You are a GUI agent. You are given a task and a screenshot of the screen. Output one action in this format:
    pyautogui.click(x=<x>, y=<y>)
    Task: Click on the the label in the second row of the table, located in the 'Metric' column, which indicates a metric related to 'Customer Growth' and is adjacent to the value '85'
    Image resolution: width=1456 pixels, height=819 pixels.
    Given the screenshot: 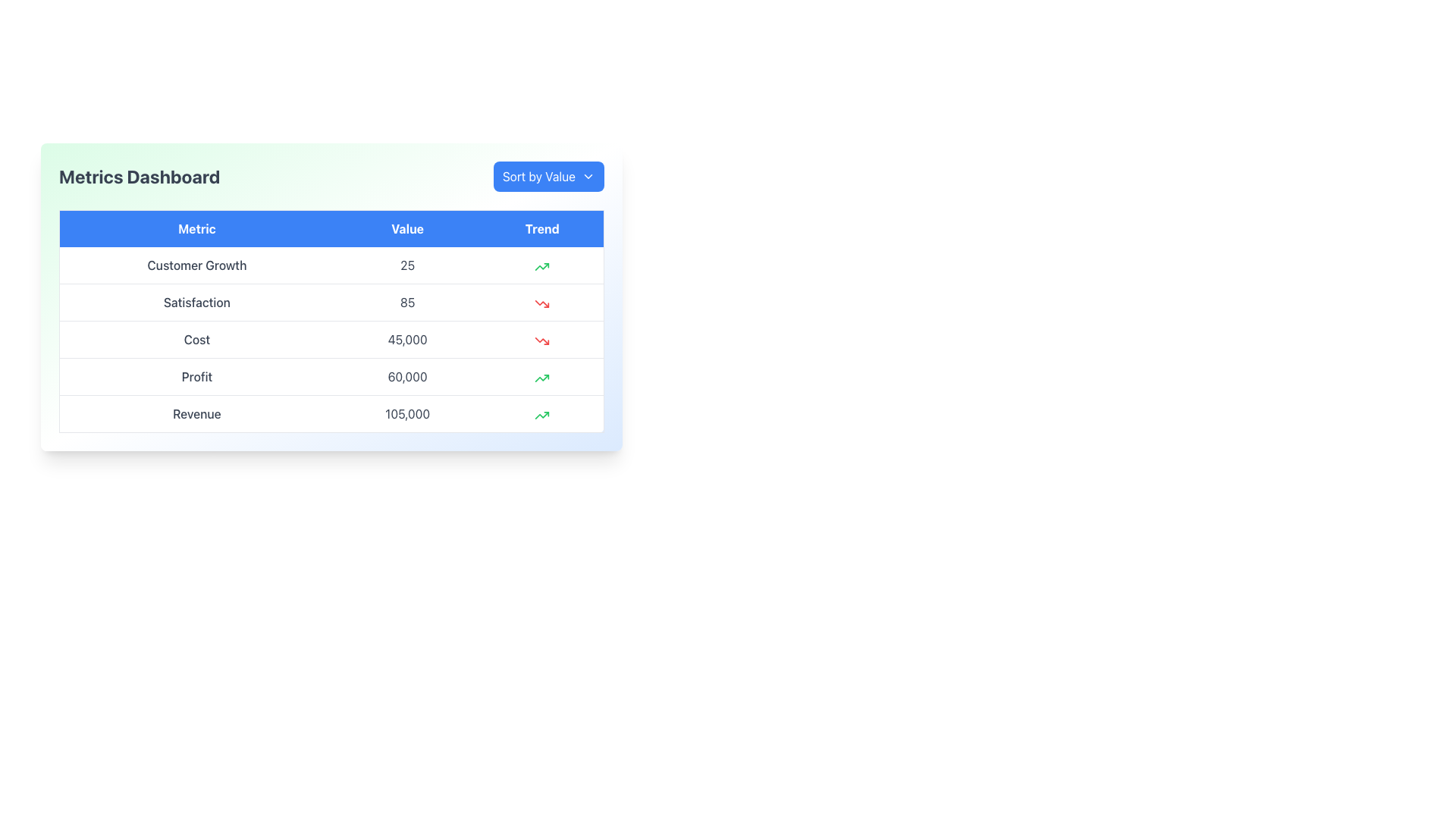 What is the action you would take?
    pyautogui.click(x=196, y=302)
    